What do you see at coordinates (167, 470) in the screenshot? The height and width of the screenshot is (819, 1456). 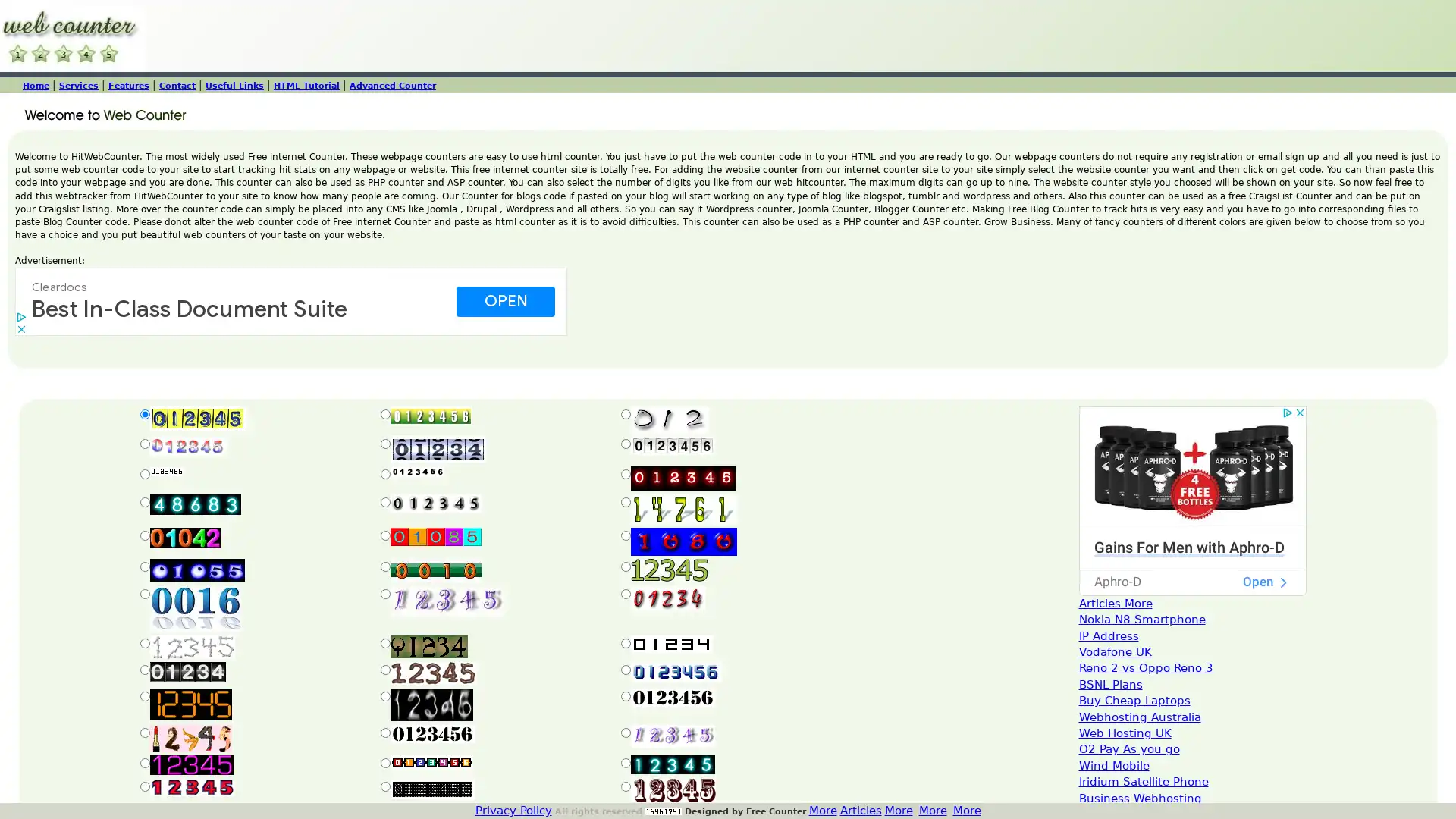 I see `Submit` at bounding box center [167, 470].